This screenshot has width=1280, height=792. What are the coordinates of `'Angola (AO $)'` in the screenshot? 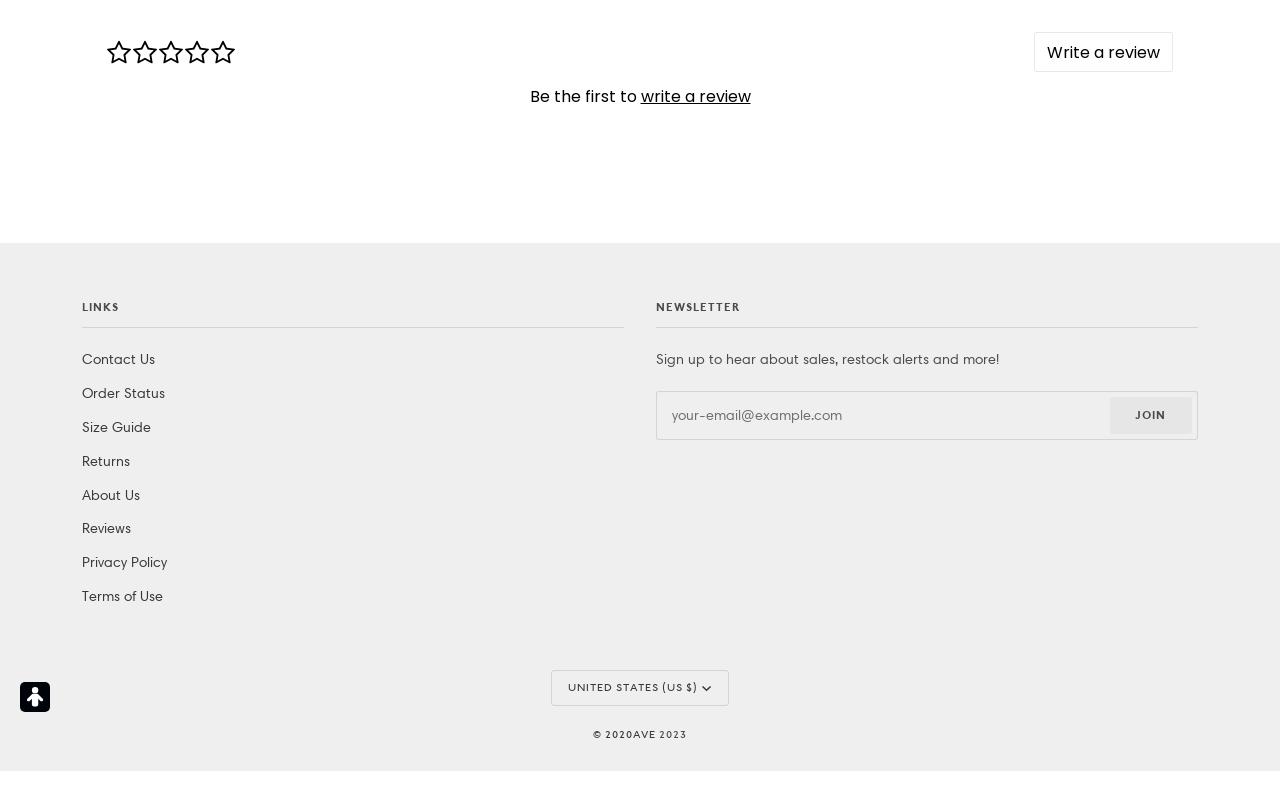 It's located at (611, 172).